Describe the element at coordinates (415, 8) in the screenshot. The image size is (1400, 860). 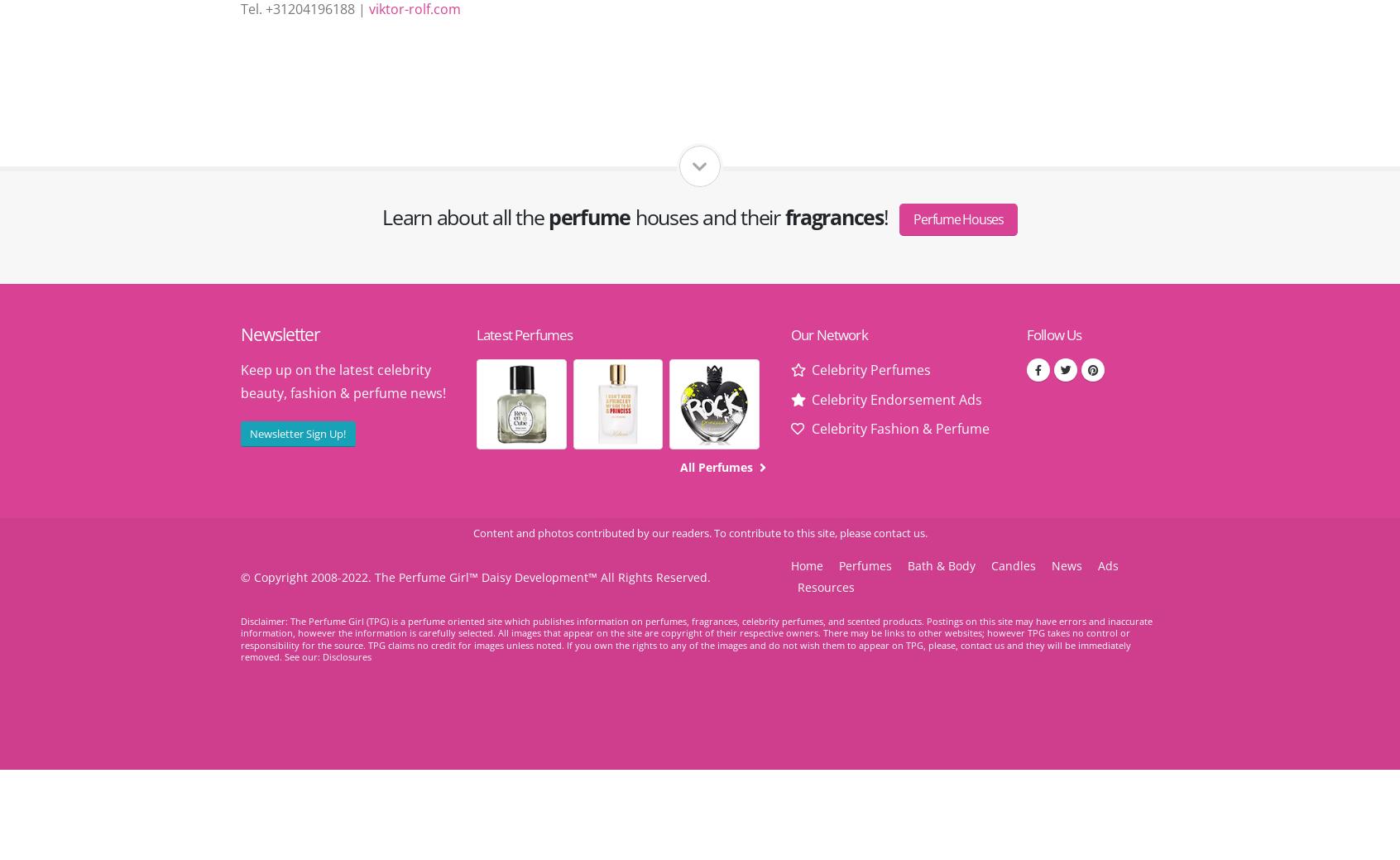
I see `'viktor-rolf.com'` at that location.